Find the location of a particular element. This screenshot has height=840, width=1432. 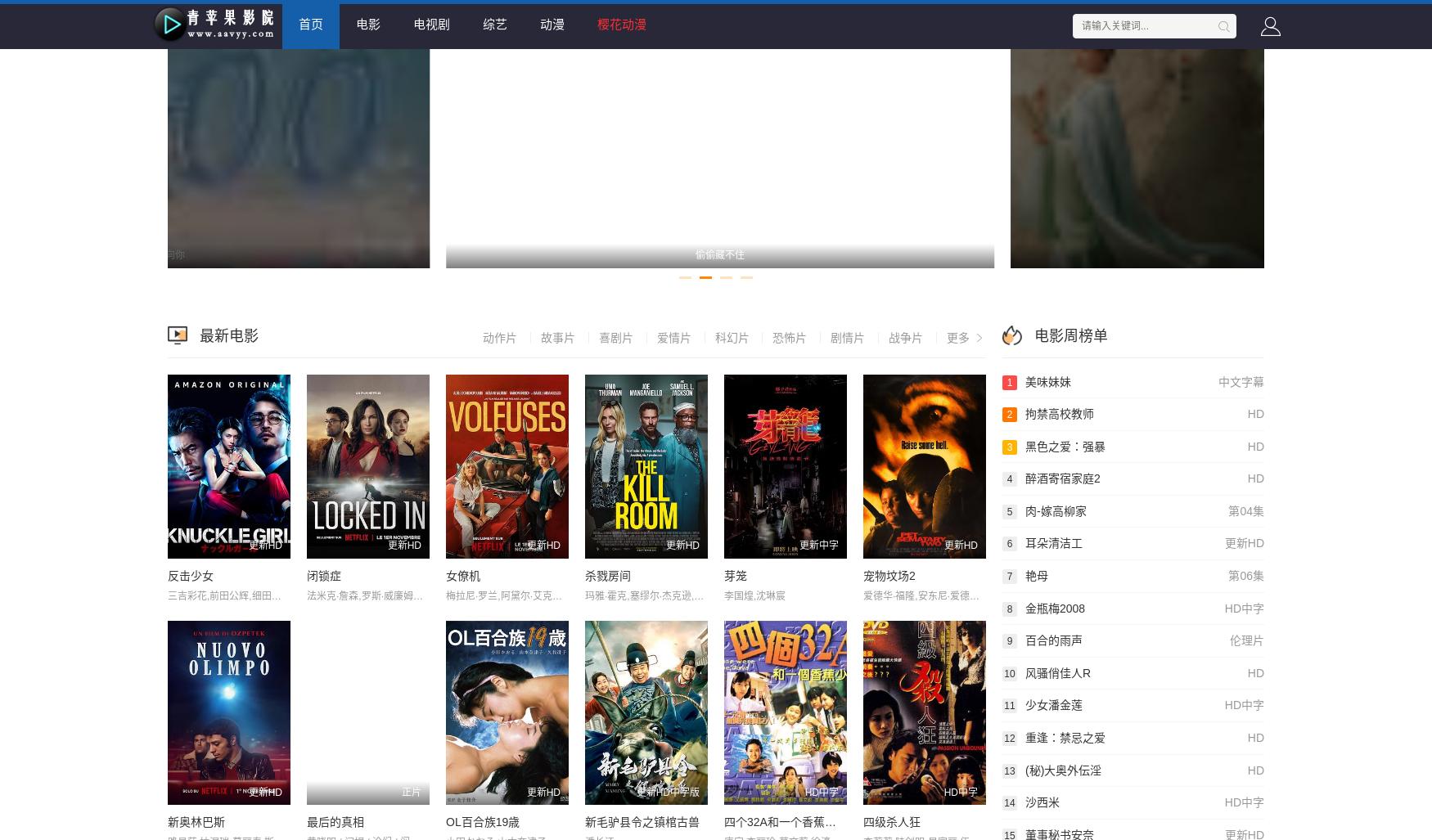

'风骚俏佳人R' is located at coordinates (1057, 672).